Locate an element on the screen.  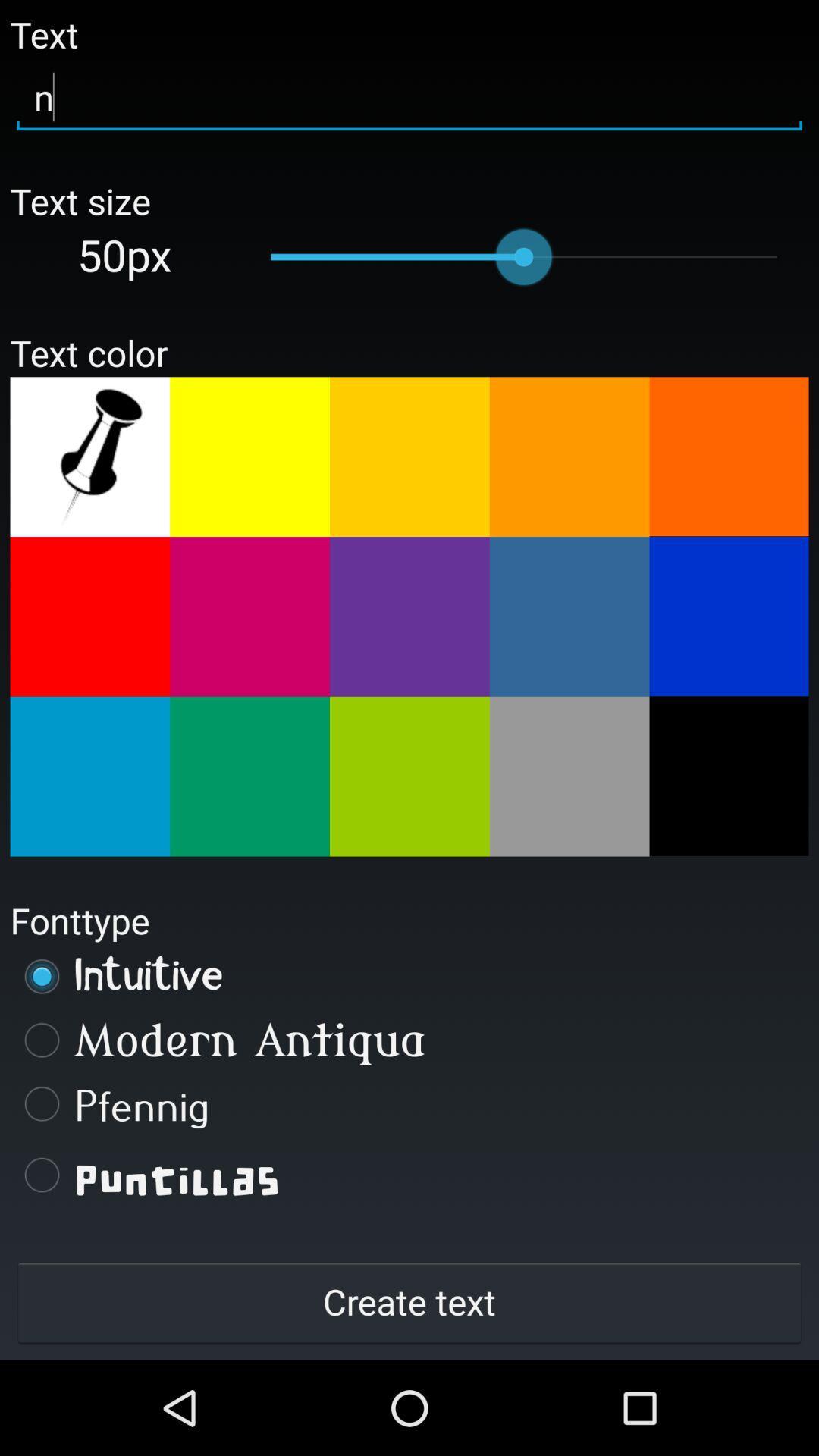
gray text color is located at coordinates (570, 777).